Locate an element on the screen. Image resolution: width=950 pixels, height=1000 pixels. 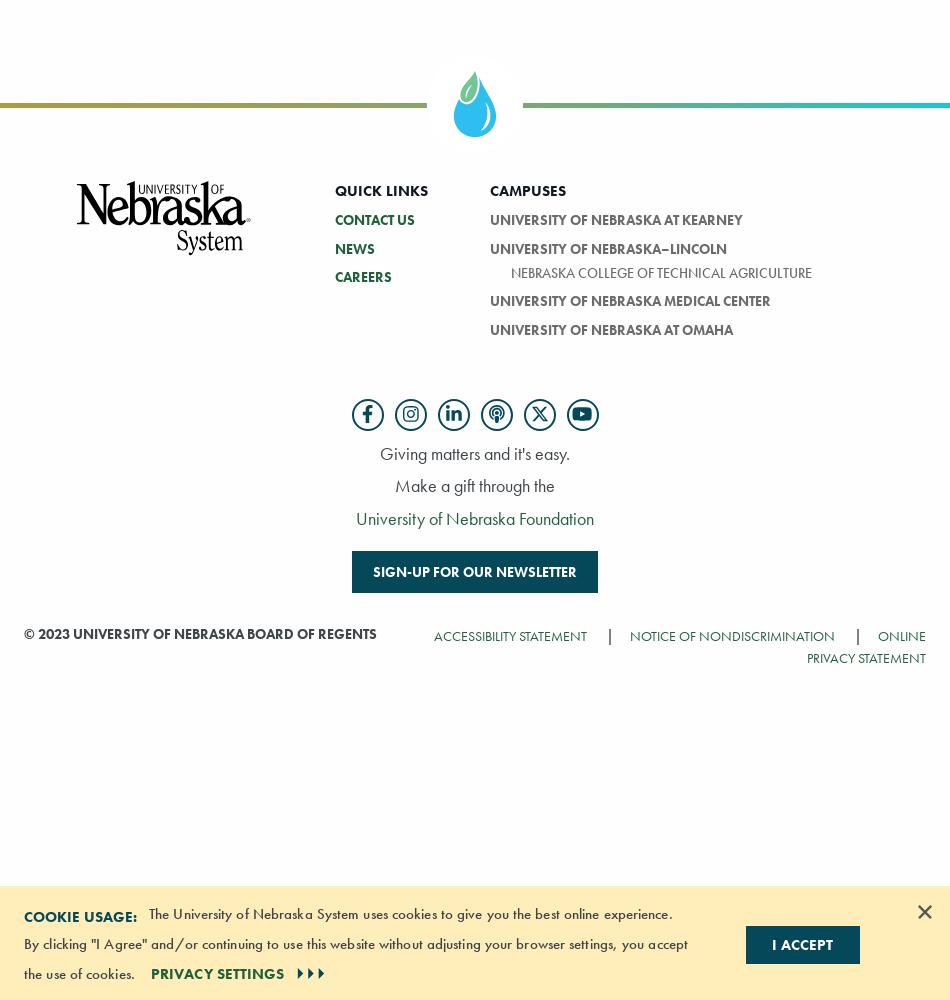
'Nebraska College of Technical Agriculture' is located at coordinates (660, 273).